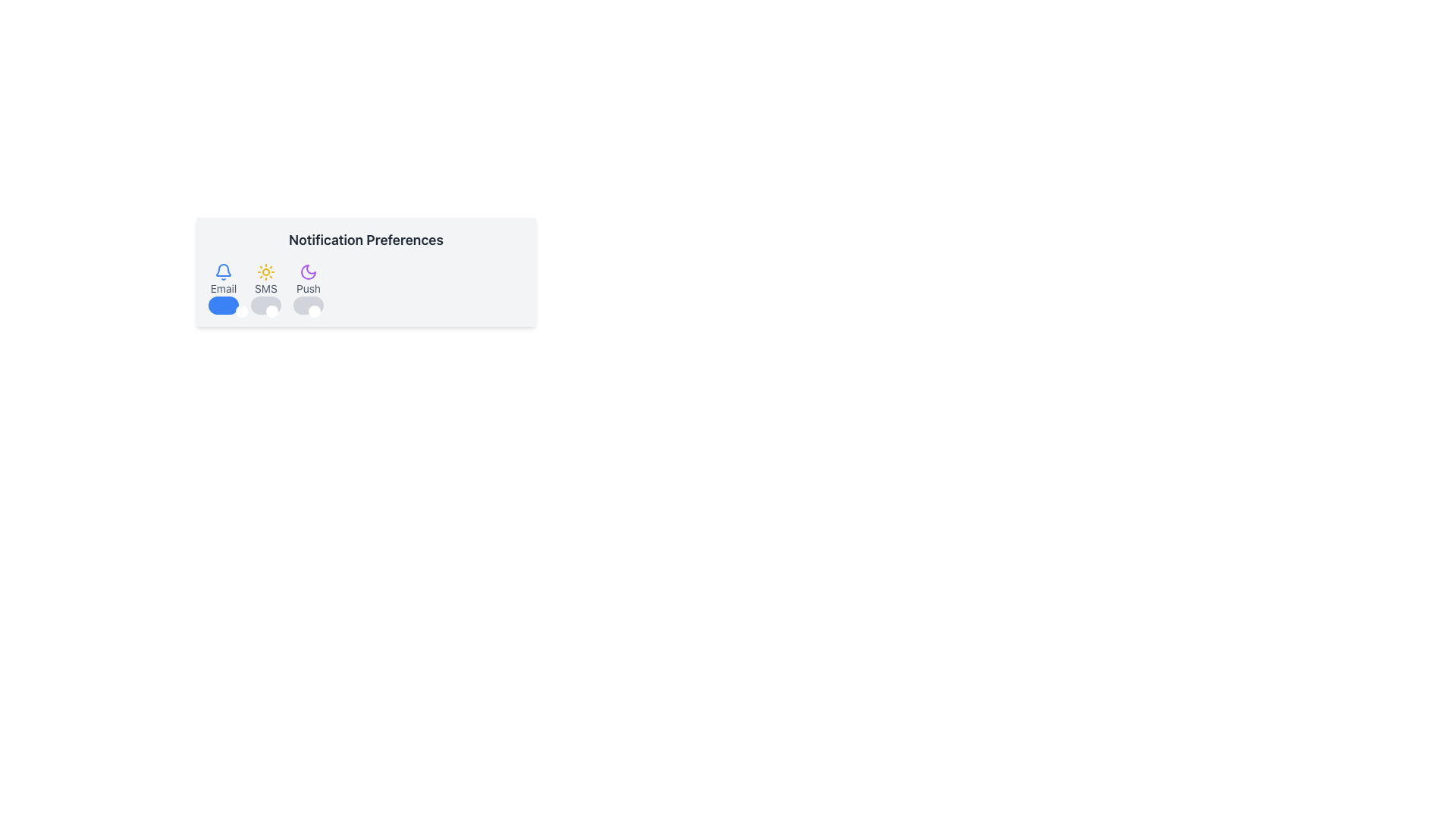  What do you see at coordinates (308, 289) in the screenshot?
I see `the text label displaying 'Push', which is located underneath the purple moon icon in the 'Notification Preferences' section` at bounding box center [308, 289].